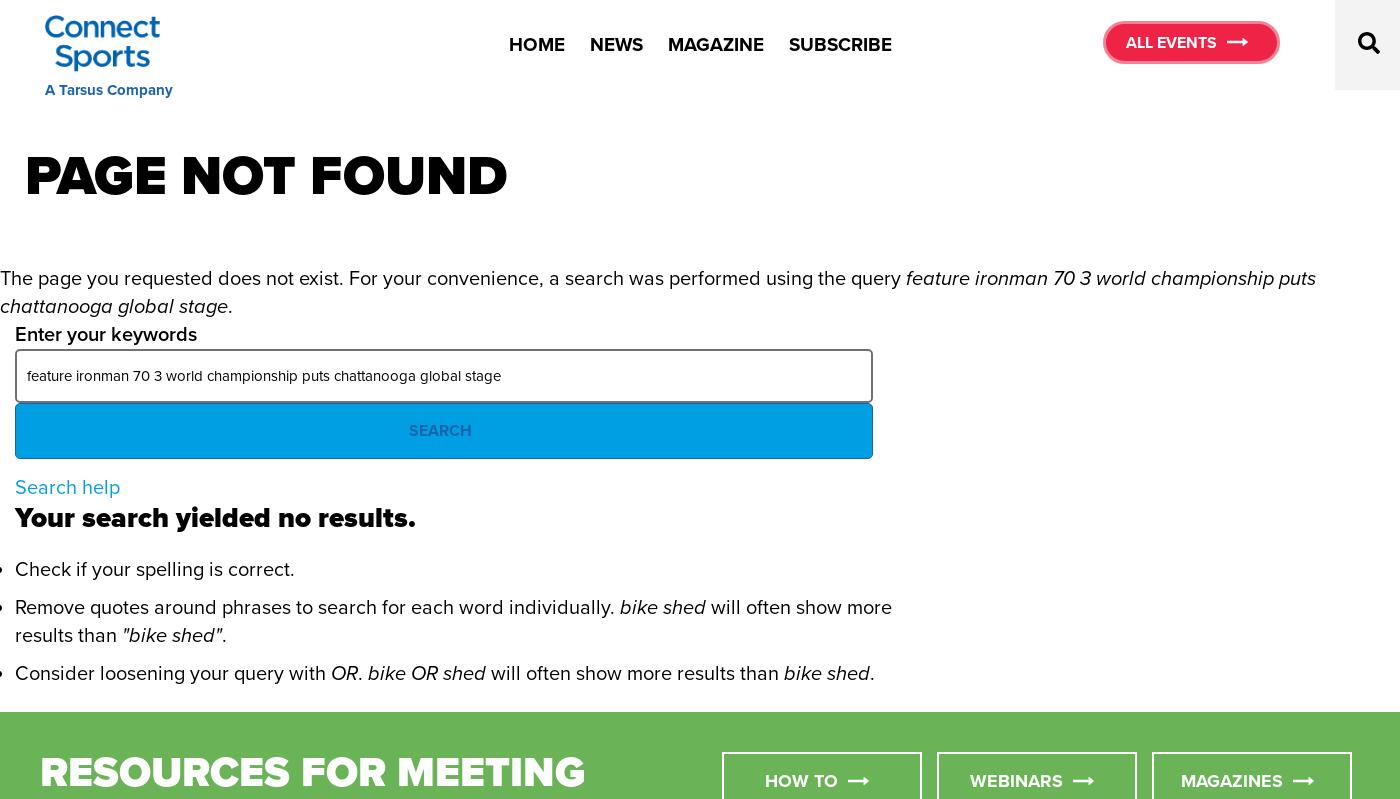  What do you see at coordinates (344, 671) in the screenshot?
I see `'OR'` at bounding box center [344, 671].